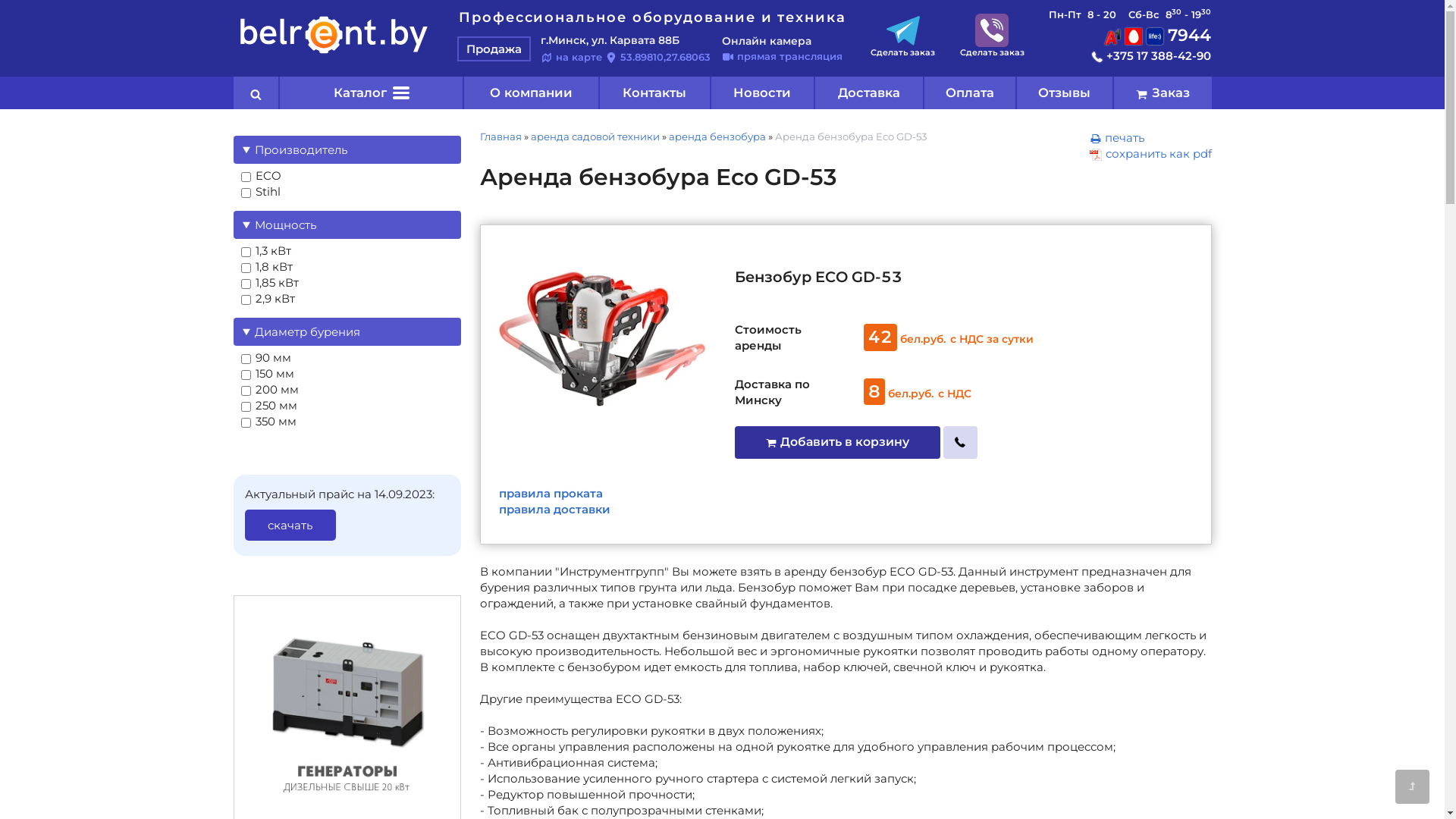 This screenshot has width=1456, height=819. What do you see at coordinates (1150, 55) in the screenshot?
I see `'+375 17 388-42-90'` at bounding box center [1150, 55].